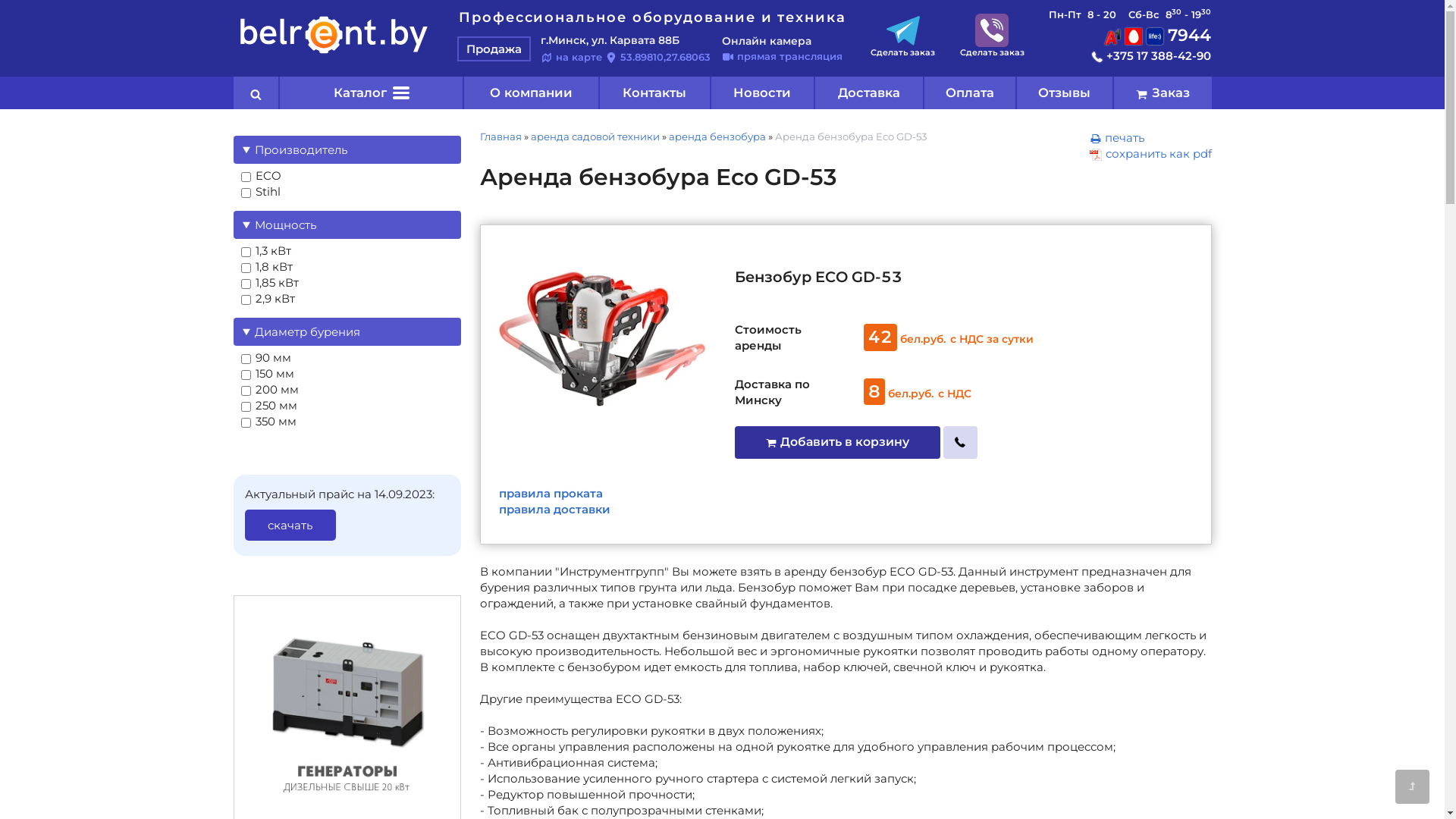 This screenshot has width=1456, height=819. What do you see at coordinates (1150, 55) in the screenshot?
I see `'+375 17 388-42-90'` at bounding box center [1150, 55].